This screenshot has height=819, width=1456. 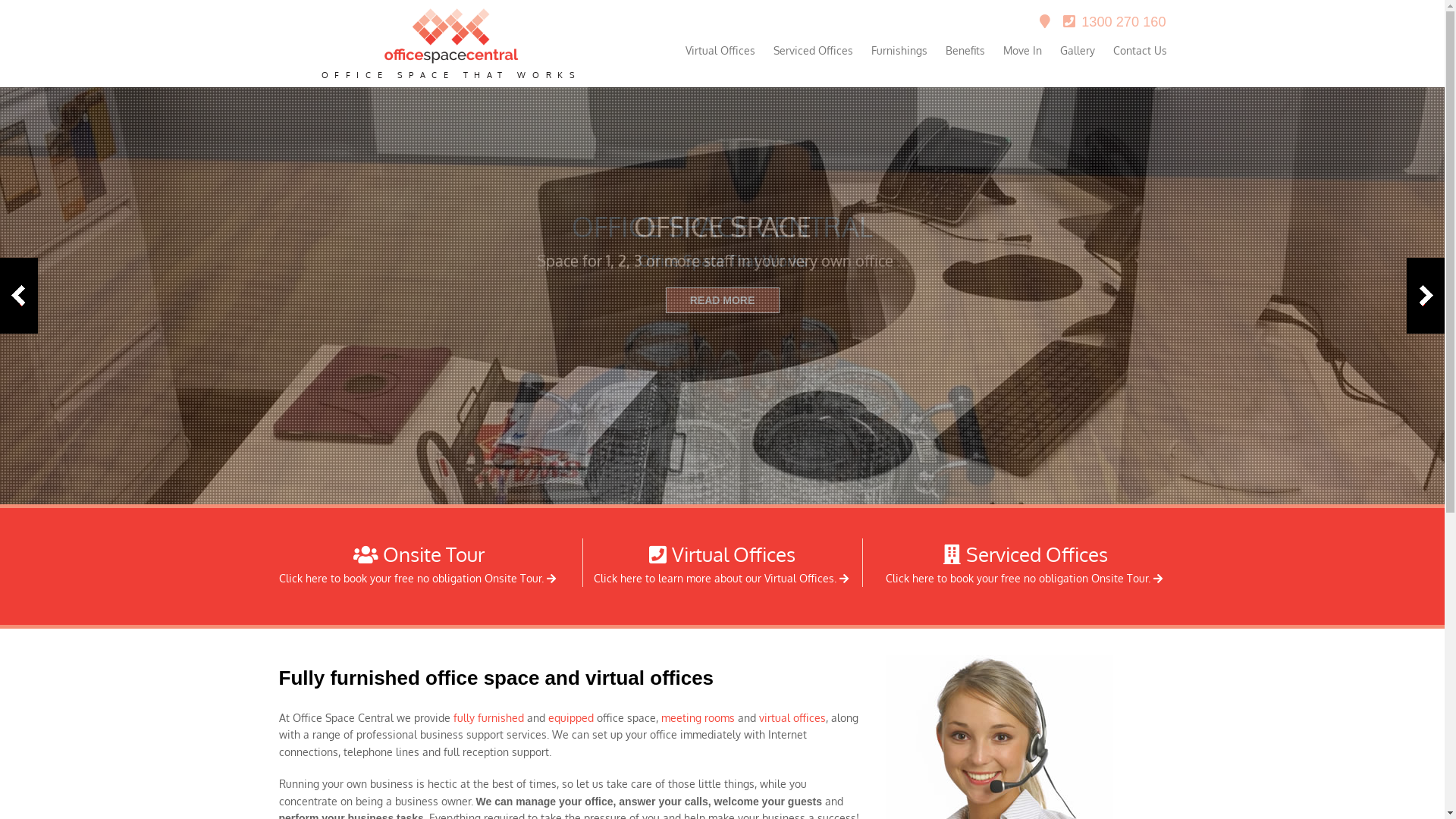 I want to click on 'Next', so click(x=1425, y=295).